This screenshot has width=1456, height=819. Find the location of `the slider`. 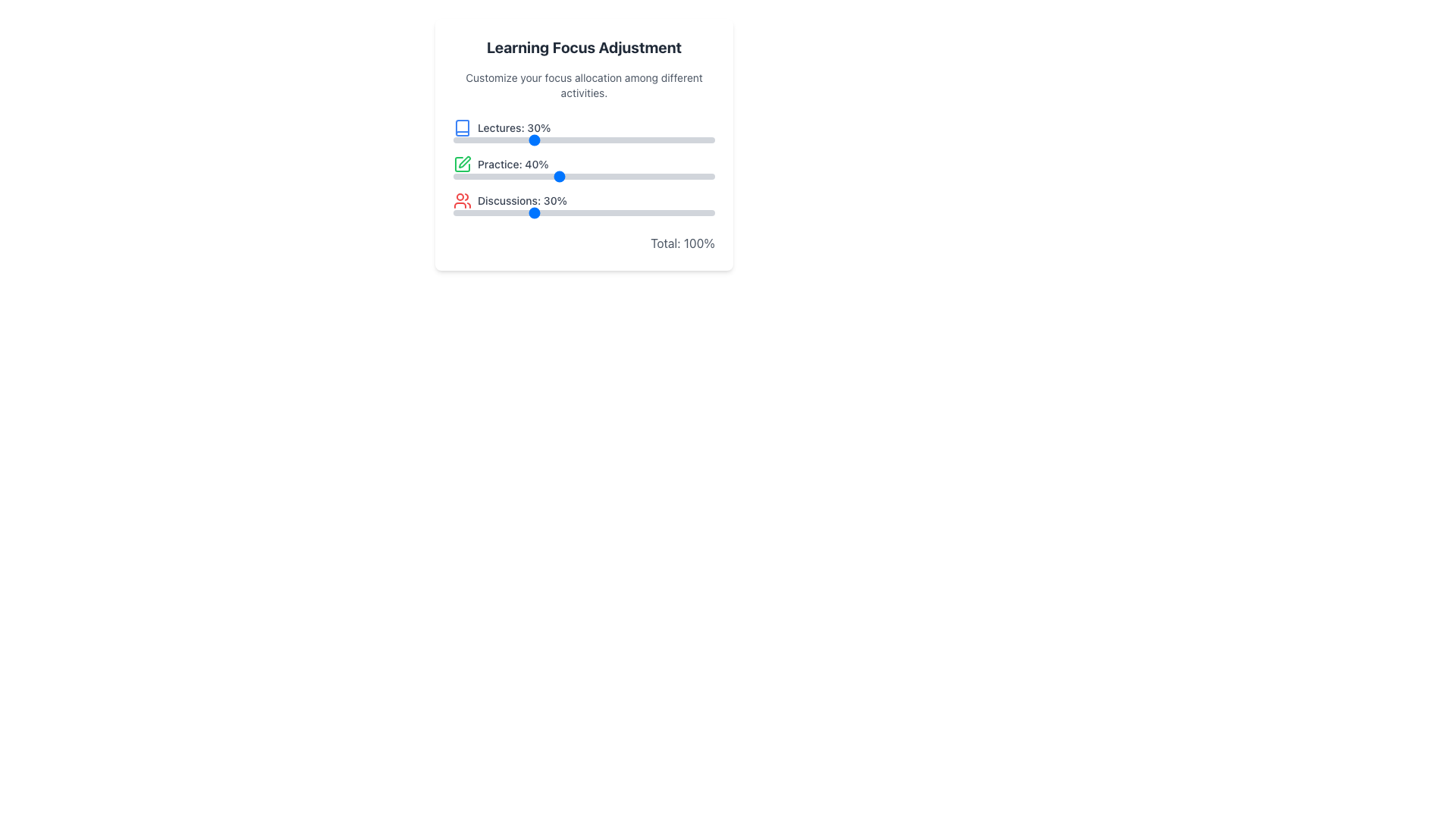

the slider is located at coordinates (453, 213).